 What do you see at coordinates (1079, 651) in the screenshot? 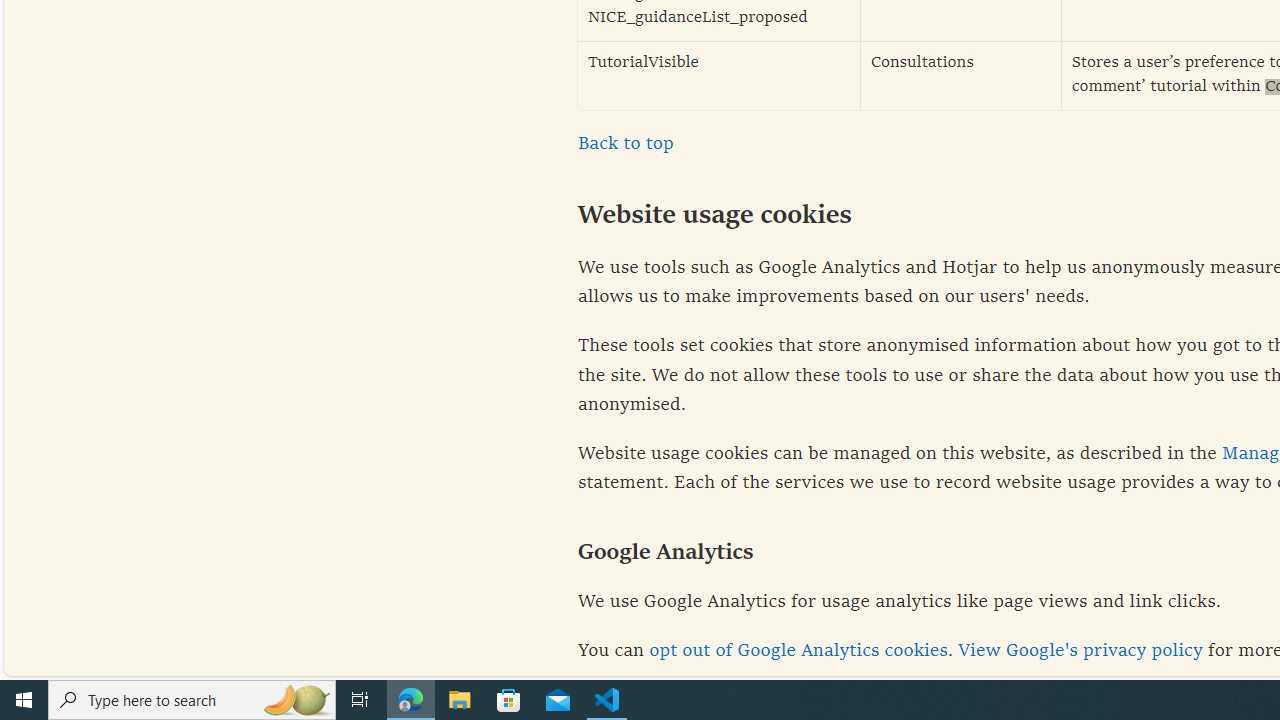
I see `'View Google'` at bounding box center [1079, 651].